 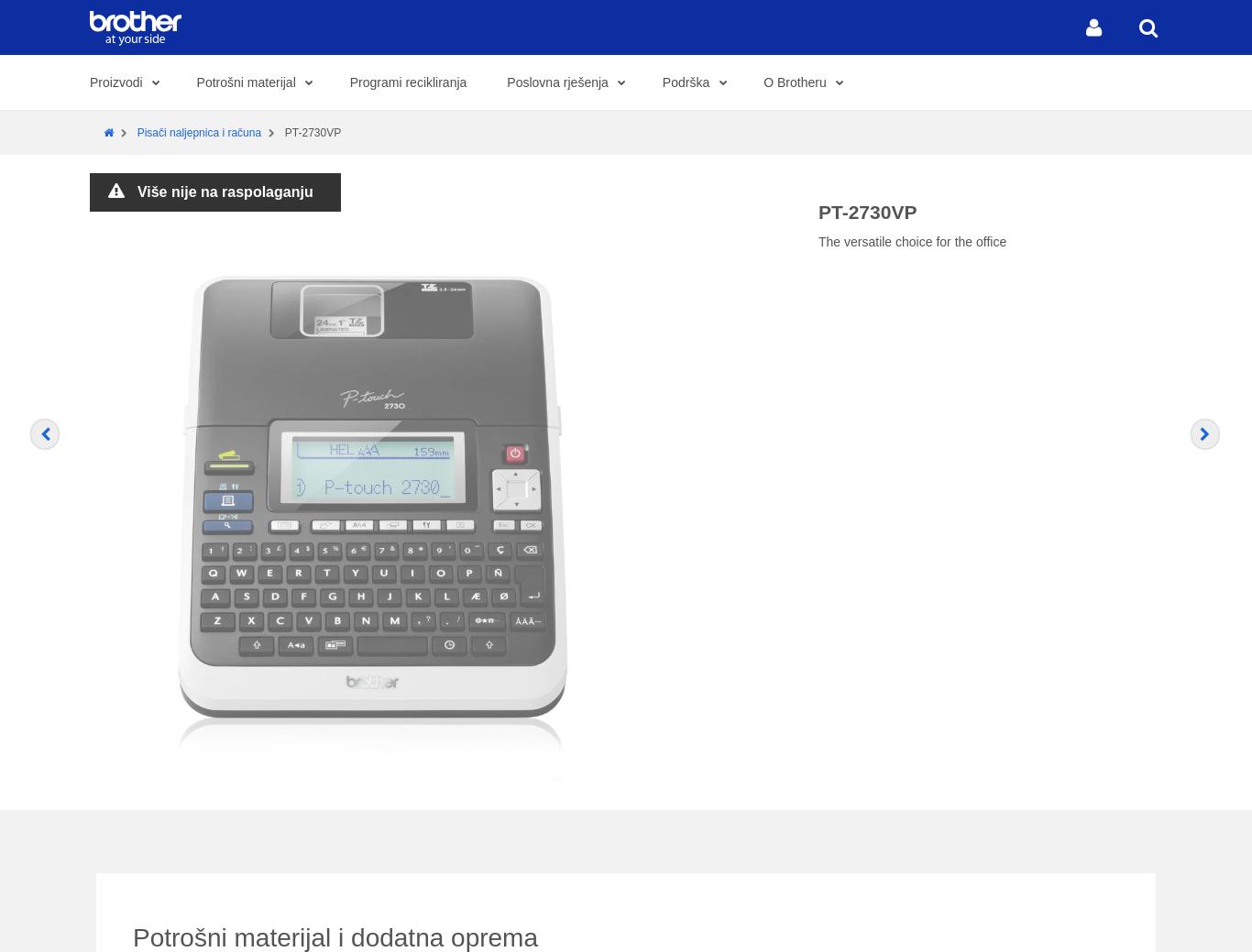 What do you see at coordinates (291, 934) in the screenshot?
I see `'Preuzmite i instalirajte najnovije upravljačke programe i softver za Brother proizvode'` at bounding box center [291, 934].